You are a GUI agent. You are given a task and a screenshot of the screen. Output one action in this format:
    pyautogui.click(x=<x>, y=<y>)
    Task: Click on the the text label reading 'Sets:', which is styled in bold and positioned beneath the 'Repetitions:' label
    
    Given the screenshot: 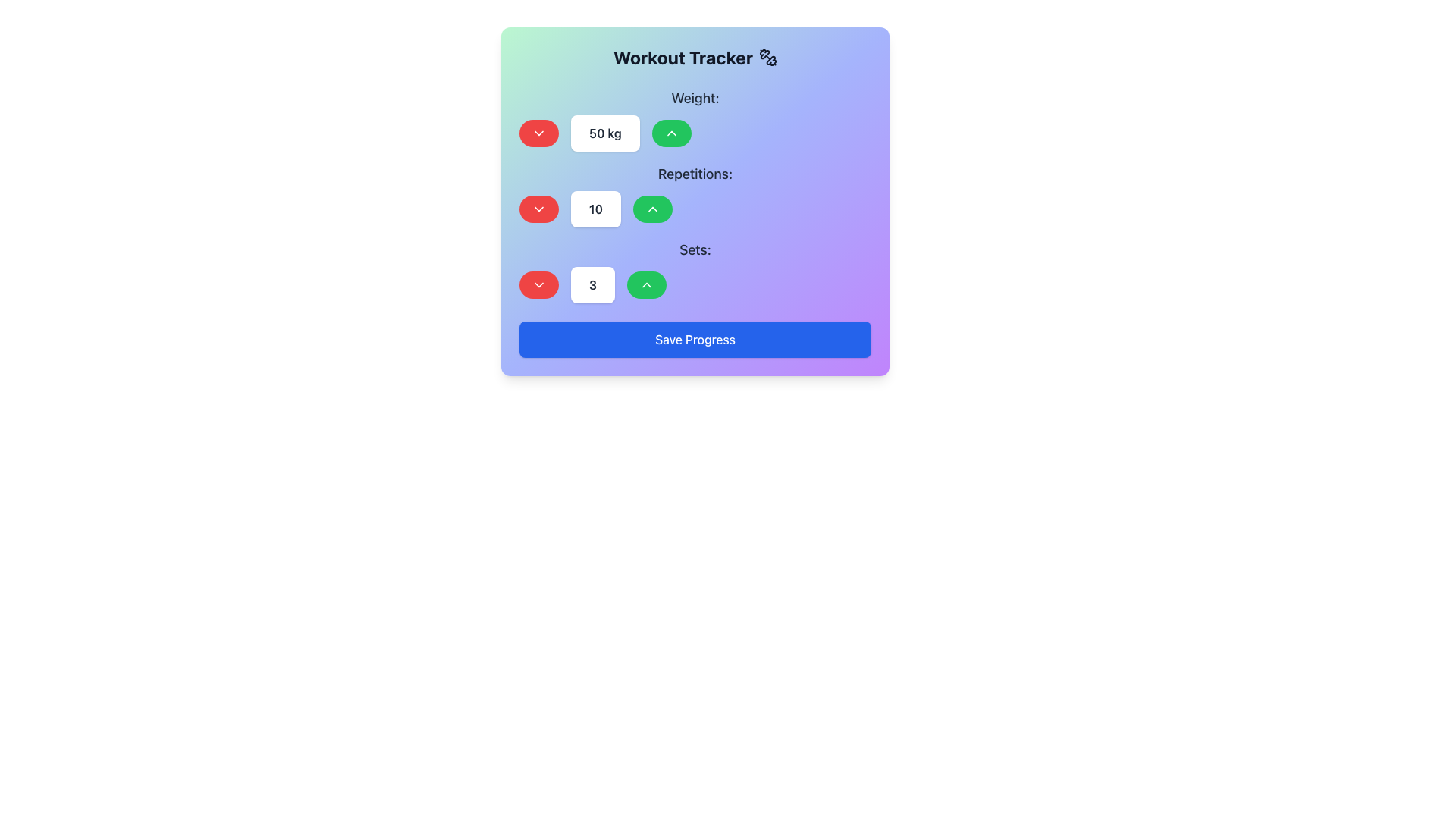 What is the action you would take?
    pyautogui.click(x=694, y=249)
    